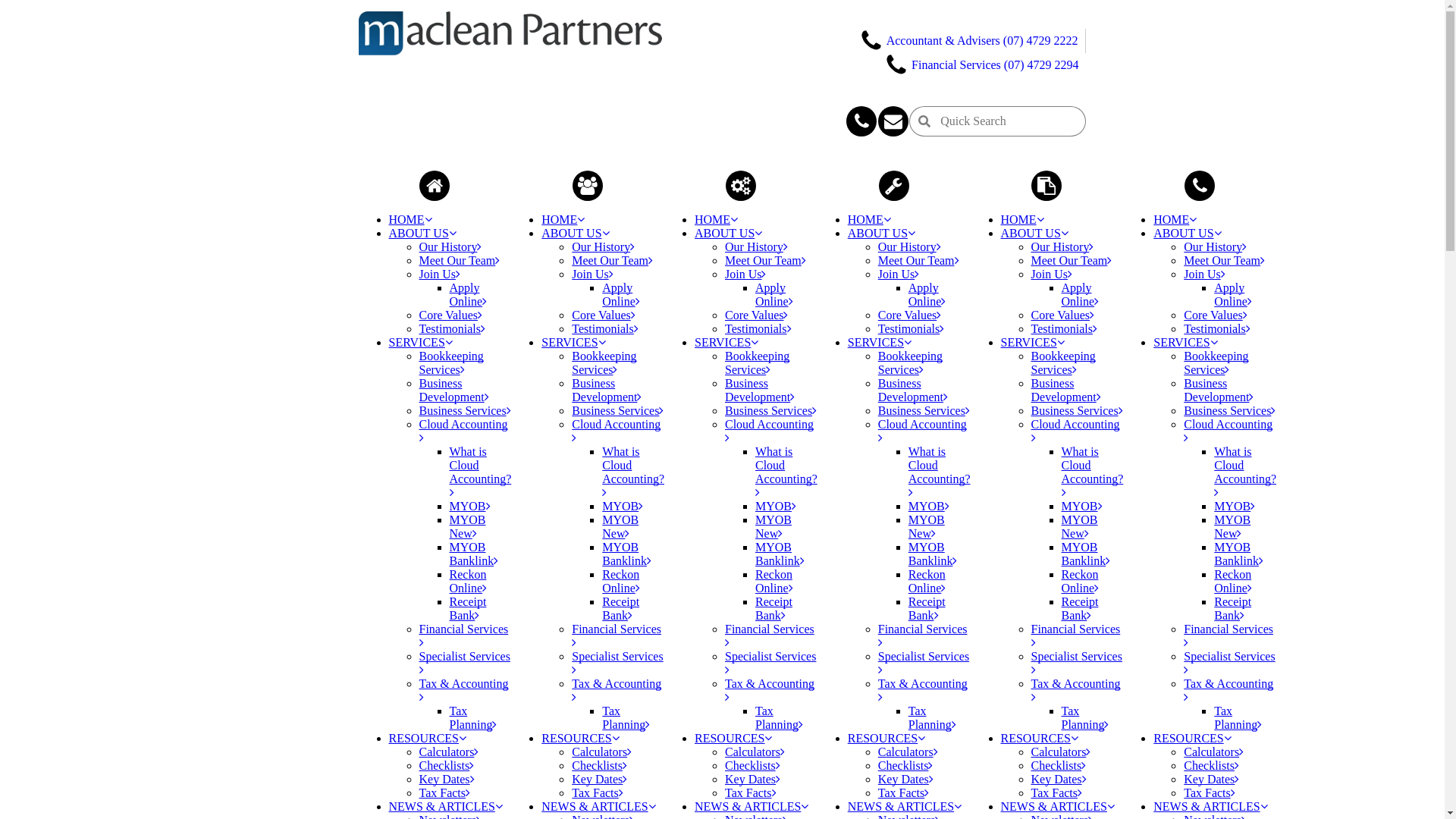 The height and width of the screenshot is (819, 1456). Describe the element at coordinates (922, 635) in the screenshot. I see `'Financial Services'` at that location.